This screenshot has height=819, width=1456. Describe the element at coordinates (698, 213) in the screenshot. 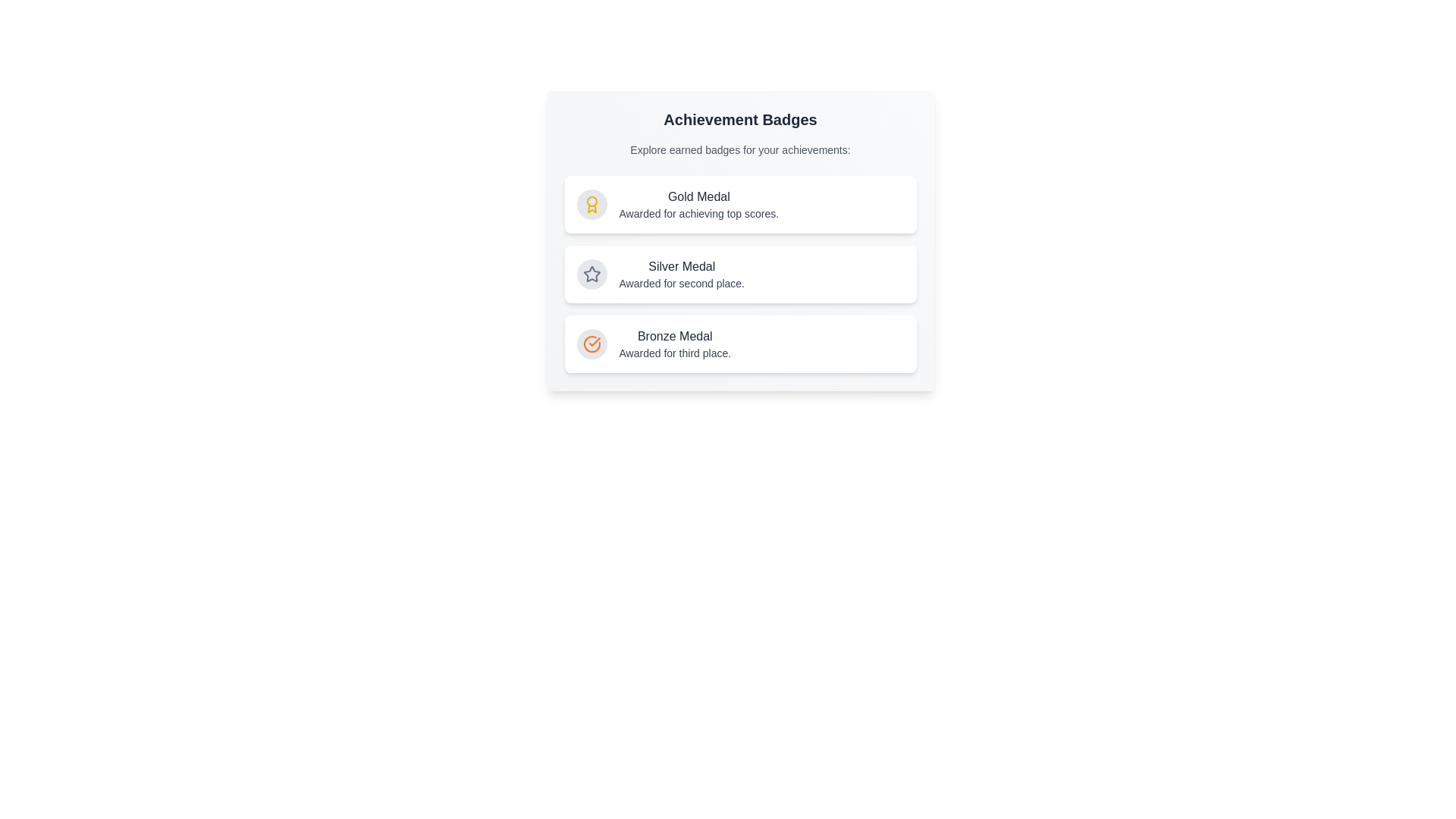

I see `the text label that explains the significance of achieving the 'Gold Medal' badge, positioned directly beneath the 'Gold Medal' text` at that location.